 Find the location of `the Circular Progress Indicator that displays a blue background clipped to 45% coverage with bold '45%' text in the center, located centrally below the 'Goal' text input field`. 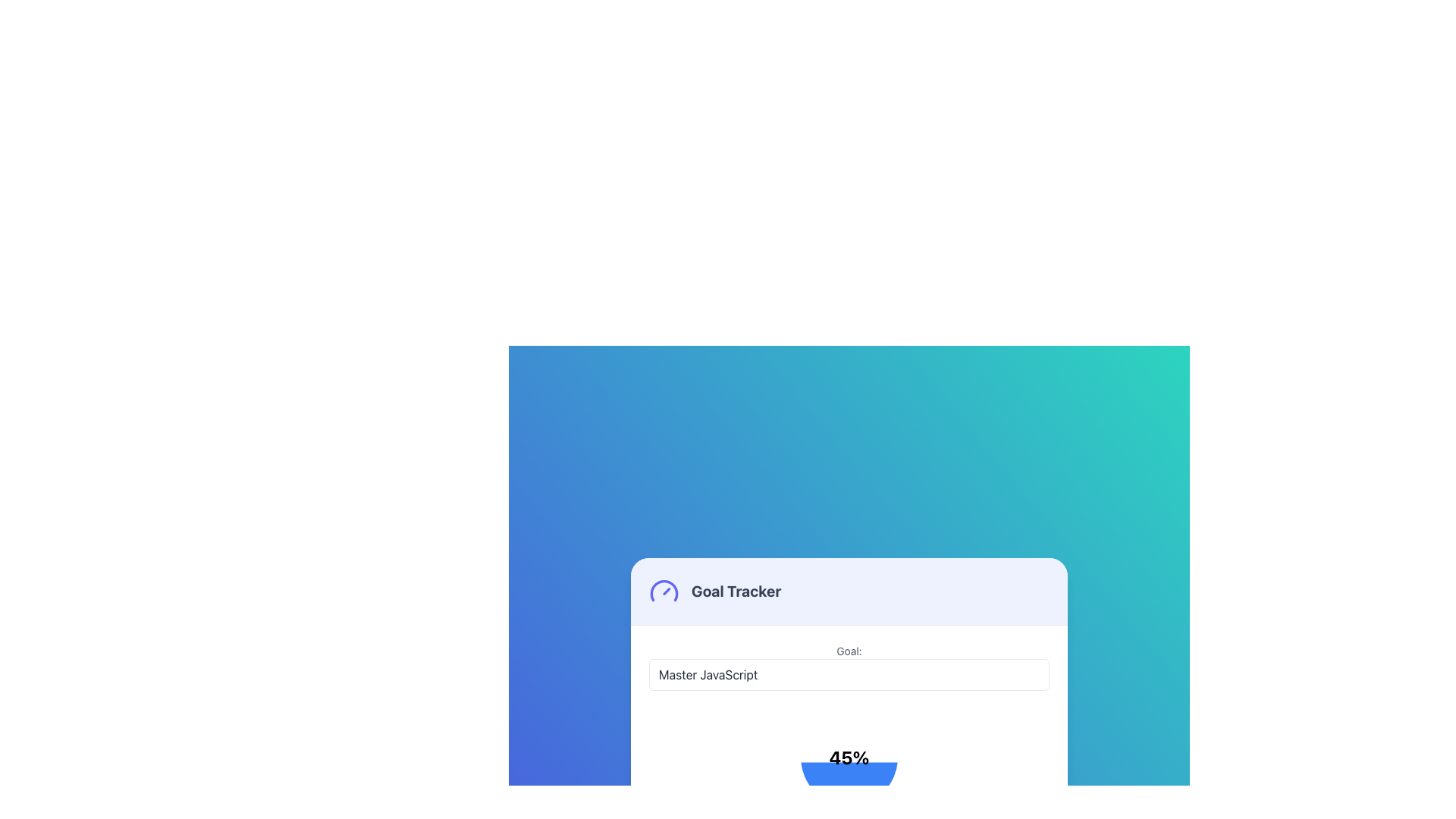

the Circular Progress Indicator that displays a blue background clipped to 45% coverage with bold '45%' text in the center, located centrally below the 'Goal' text input field is located at coordinates (848, 758).